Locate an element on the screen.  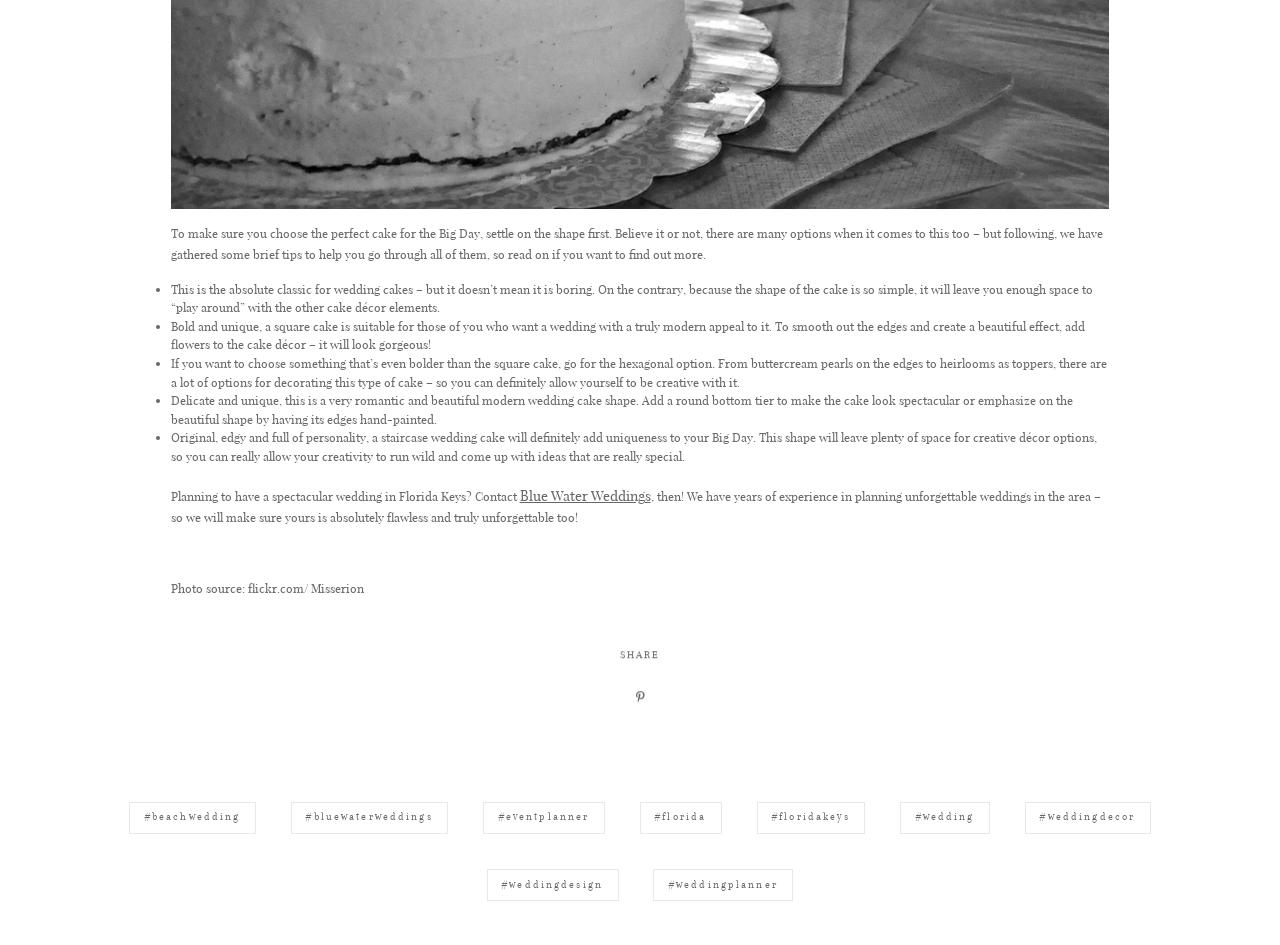
'#florida' is located at coordinates (680, 908).